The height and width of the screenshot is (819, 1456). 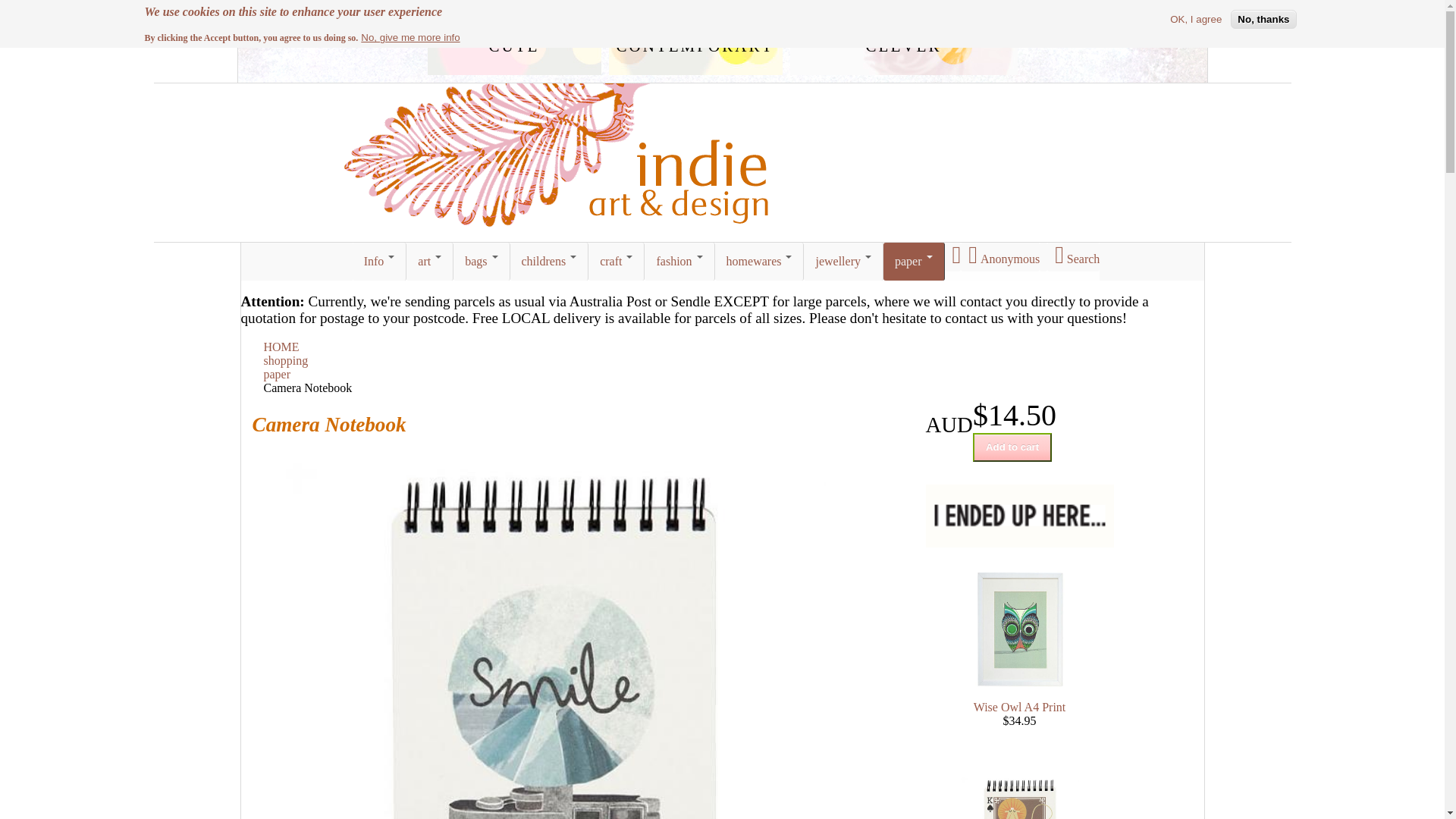 What do you see at coordinates (410, 36) in the screenshot?
I see `'No, give me more info'` at bounding box center [410, 36].